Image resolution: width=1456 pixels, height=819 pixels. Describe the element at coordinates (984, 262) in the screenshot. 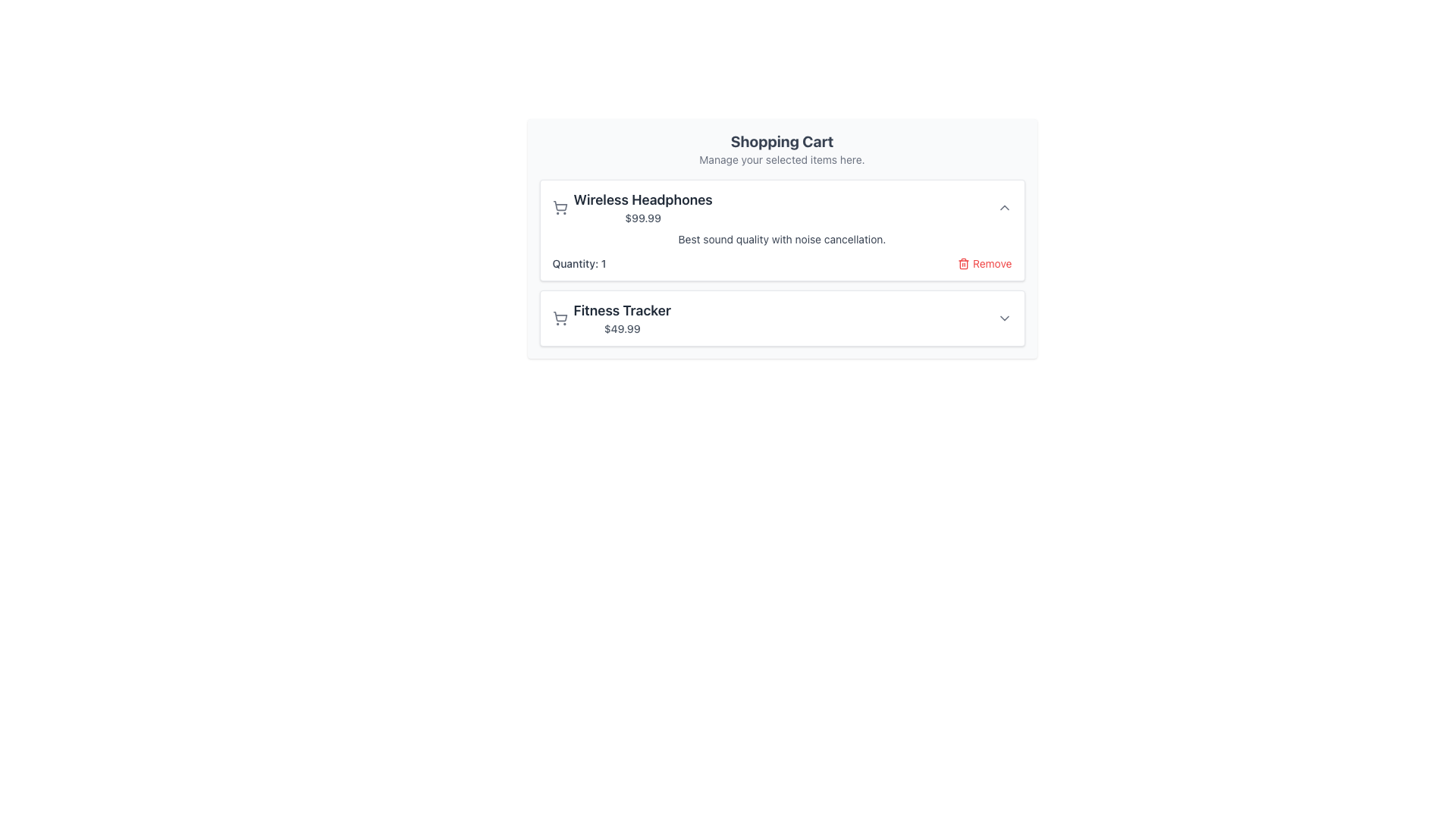

I see `the styled 'Remove' button with a trashcan icon, located to the right of the 'Quantity: 1' text in the shopping cart interface under the 'Wireless Headphones' item` at that location.